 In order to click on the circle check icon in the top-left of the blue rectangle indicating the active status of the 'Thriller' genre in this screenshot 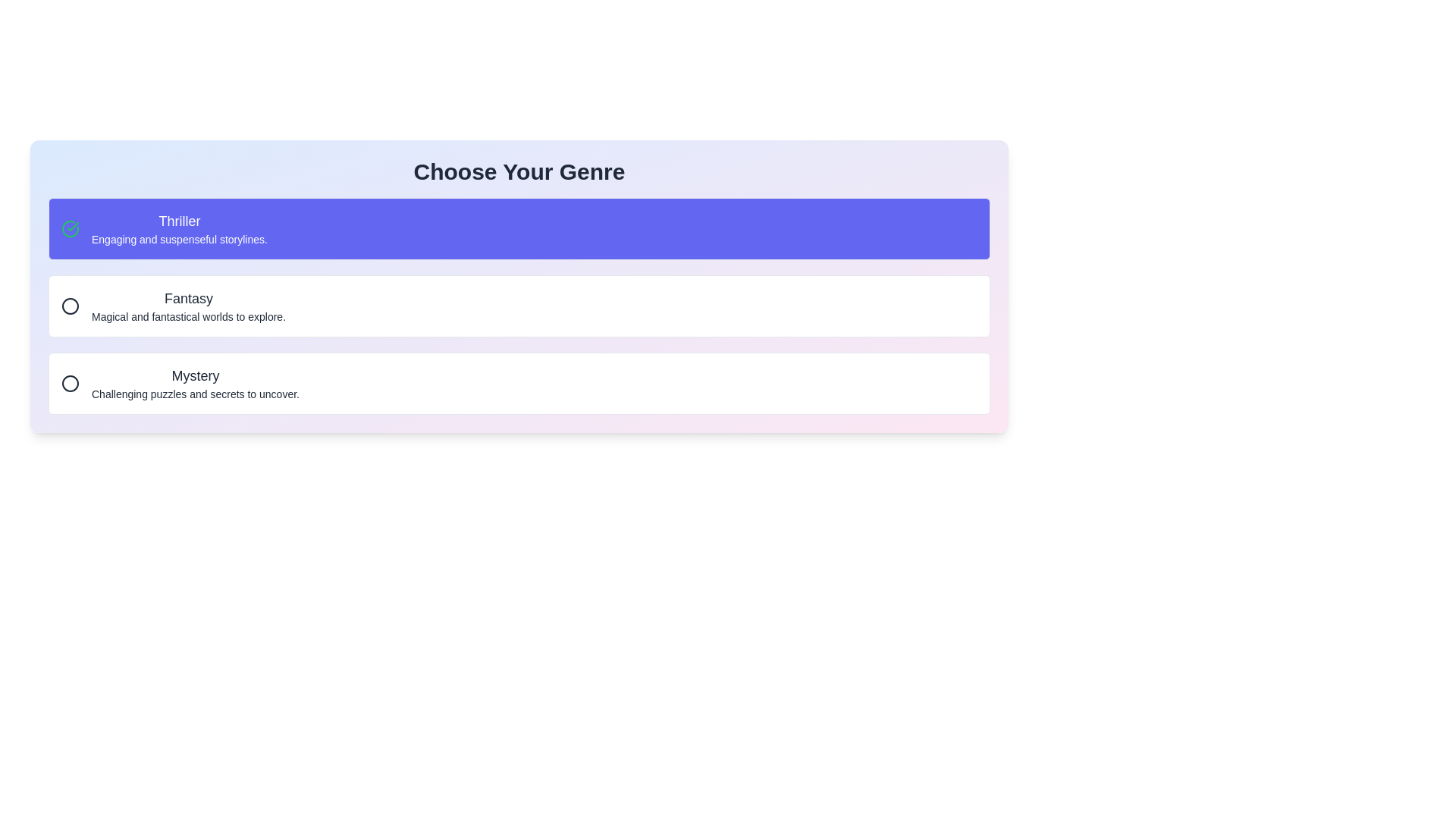, I will do `click(69, 228)`.